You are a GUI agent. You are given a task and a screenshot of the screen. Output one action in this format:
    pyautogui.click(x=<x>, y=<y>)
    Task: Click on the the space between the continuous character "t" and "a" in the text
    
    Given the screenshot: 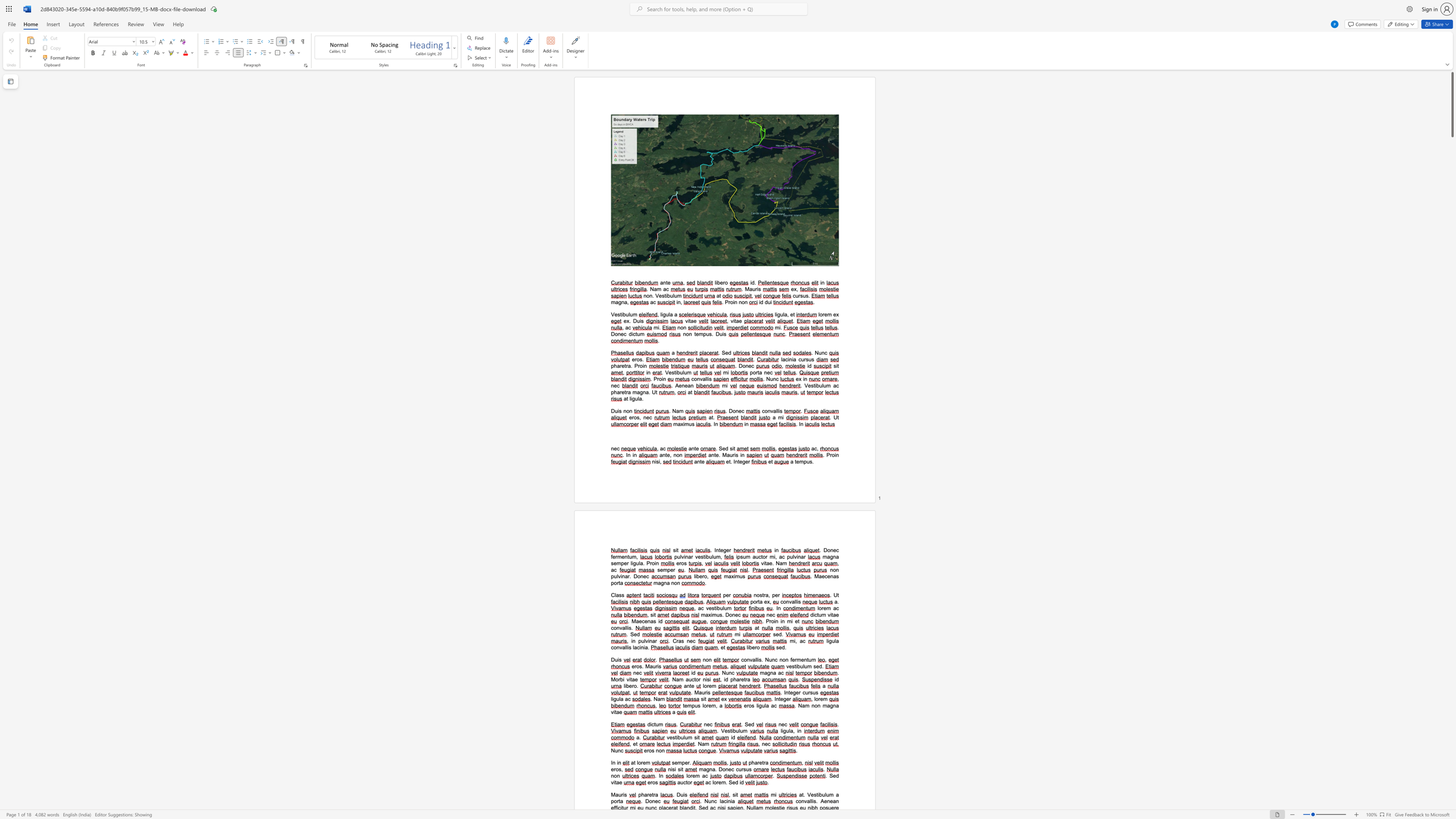 What is the action you would take?
    pyautogui.click(x=617, y=782)
    